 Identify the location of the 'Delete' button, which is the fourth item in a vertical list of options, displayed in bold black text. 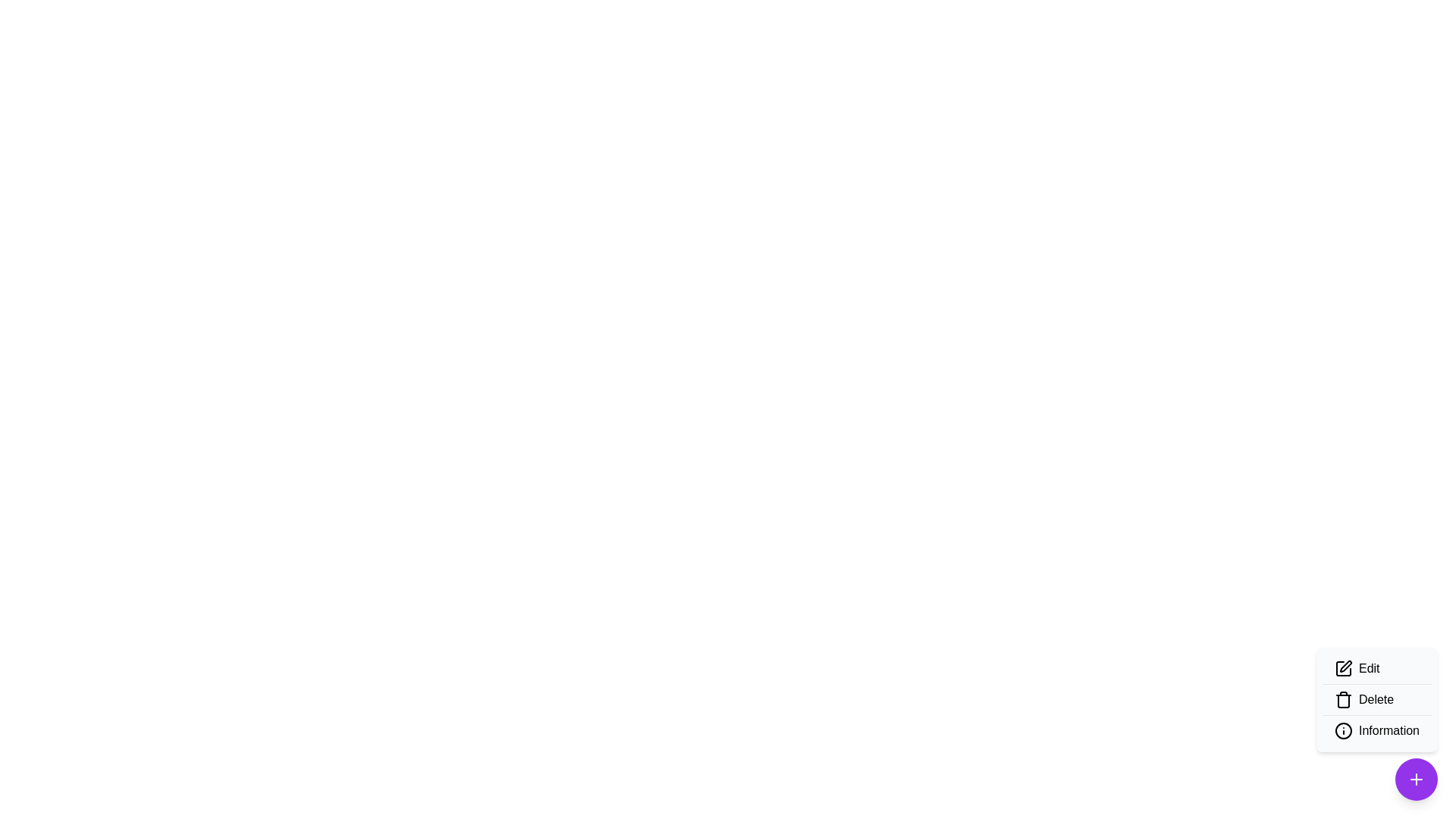
(1376, 699).